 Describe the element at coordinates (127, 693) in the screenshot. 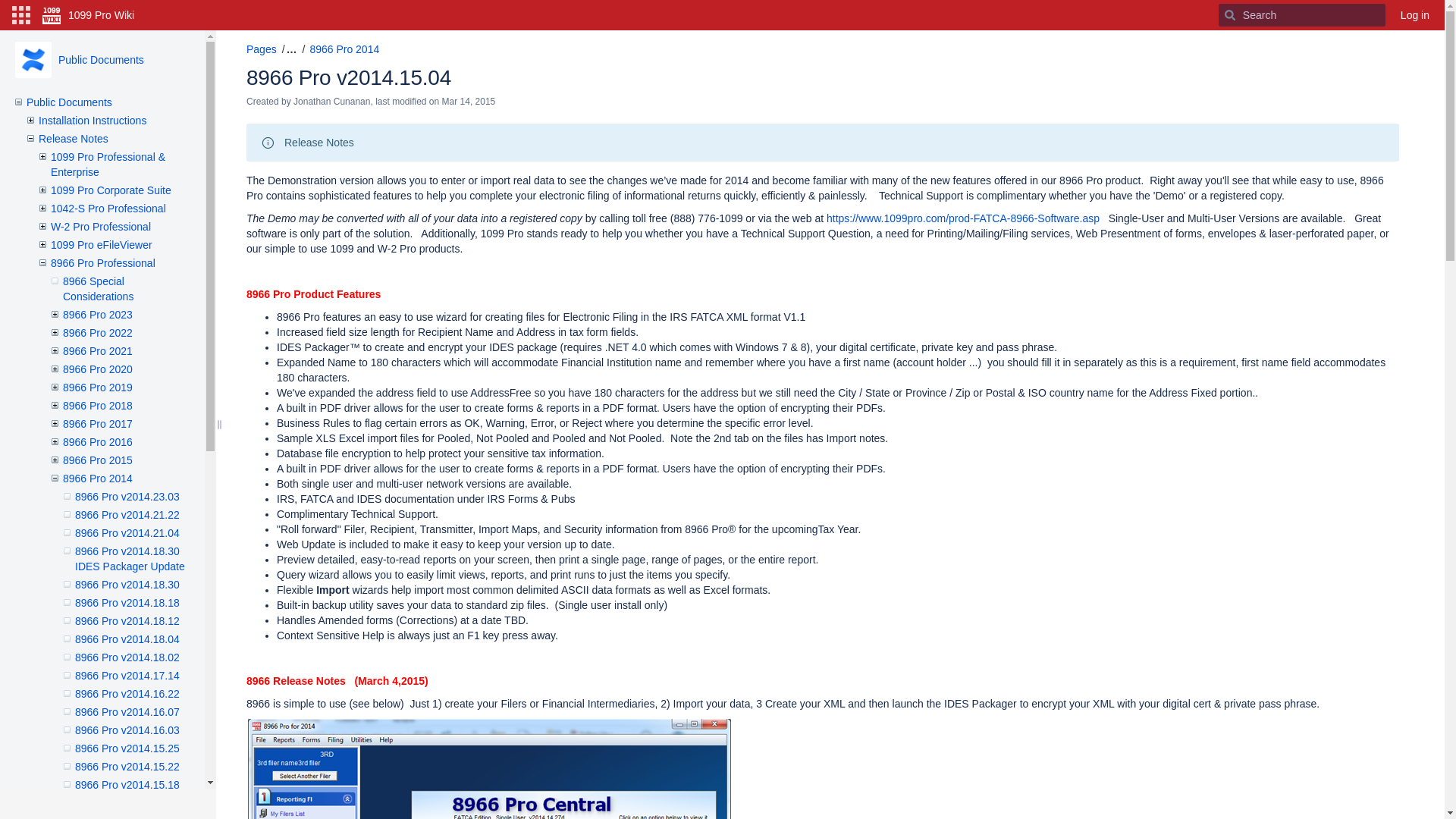

I see `'8966 Pro v2014.16.22'` at that location.